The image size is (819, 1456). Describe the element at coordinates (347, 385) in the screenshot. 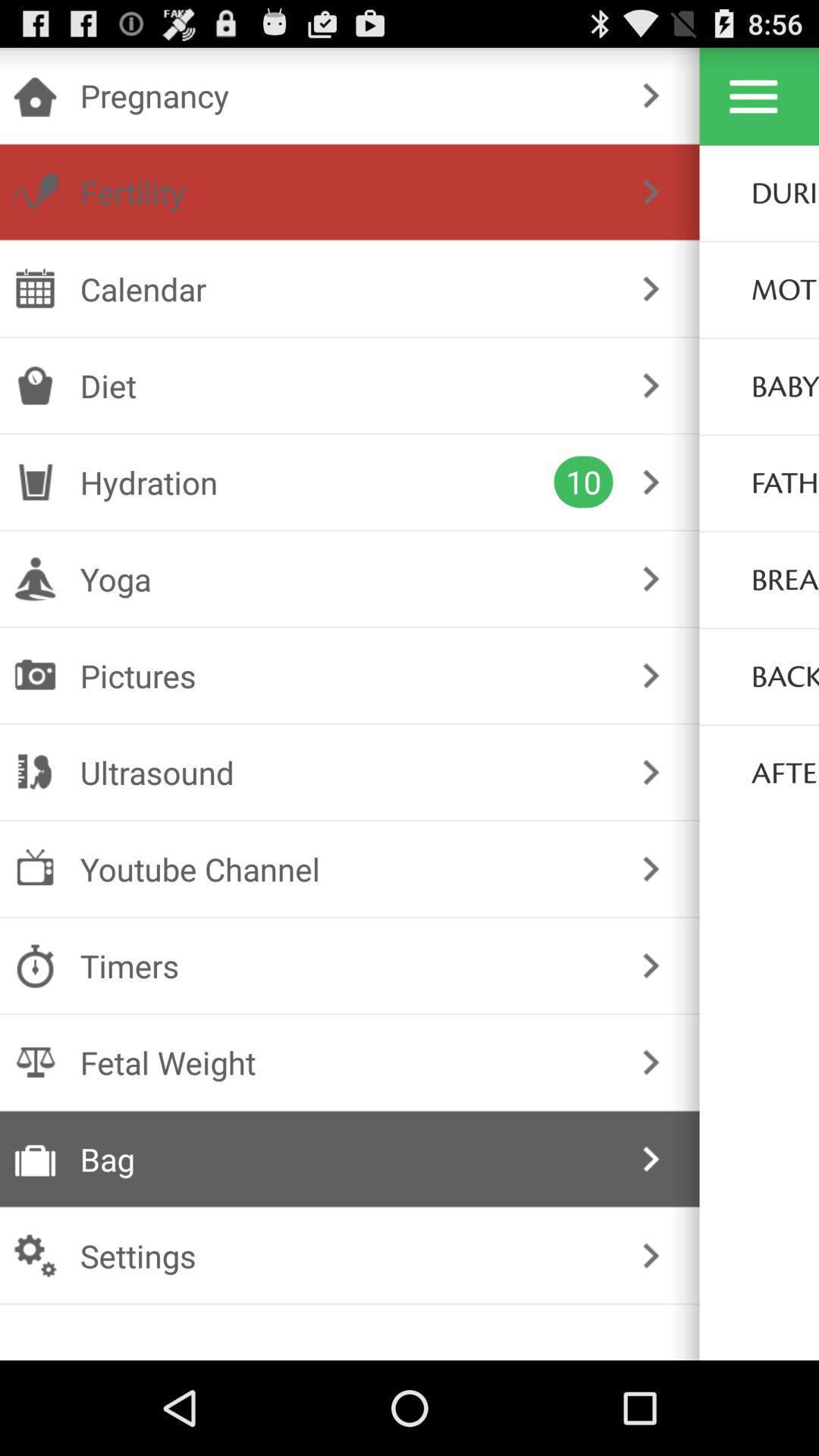

I see `icon below calendar item` at that location.